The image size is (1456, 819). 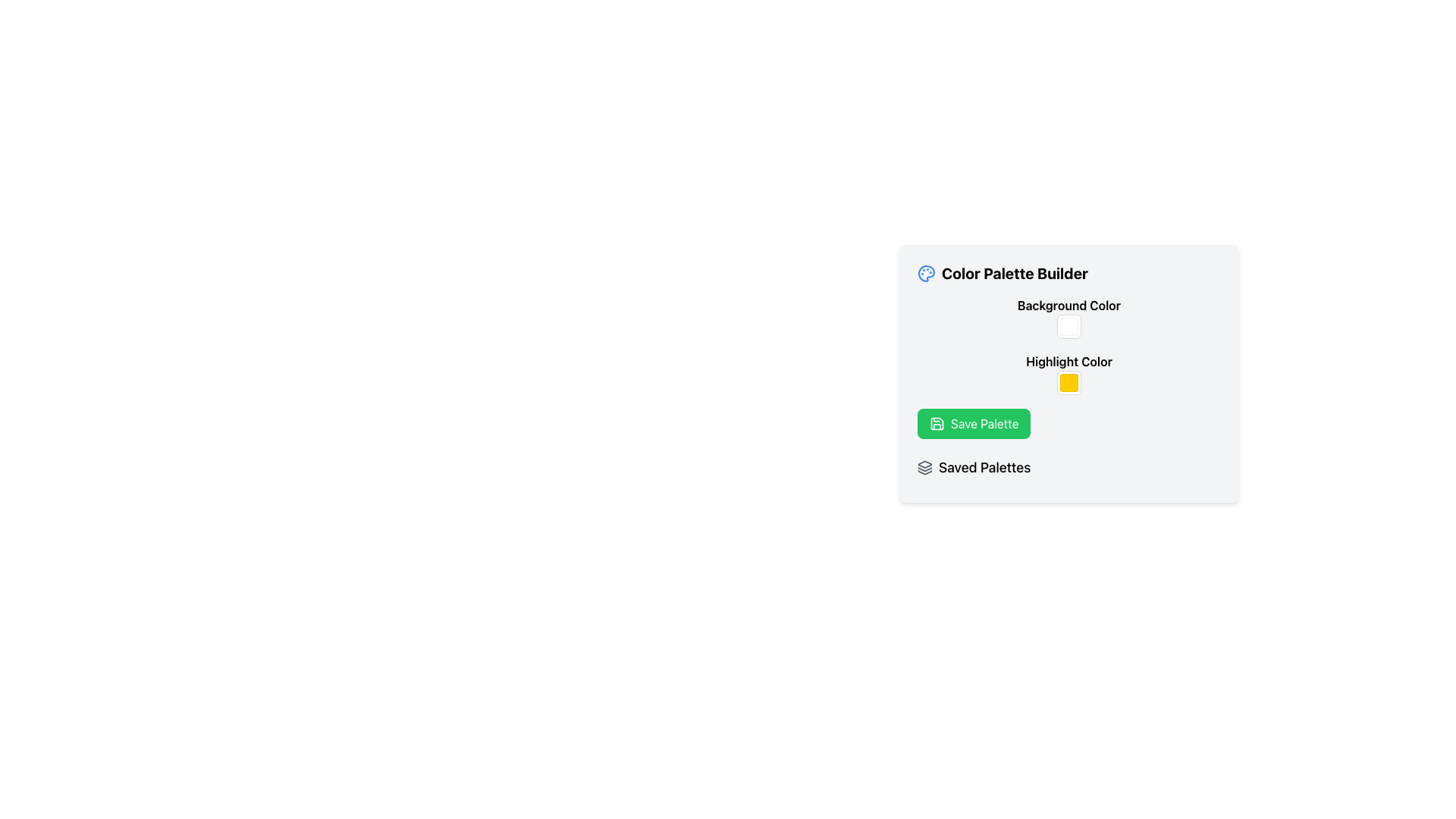 I want to click on the yellow color swatch of the second color picker labeled 'Highlight Color' in the 'Color Palette Builder' panel, so click(x=1068, y=374).